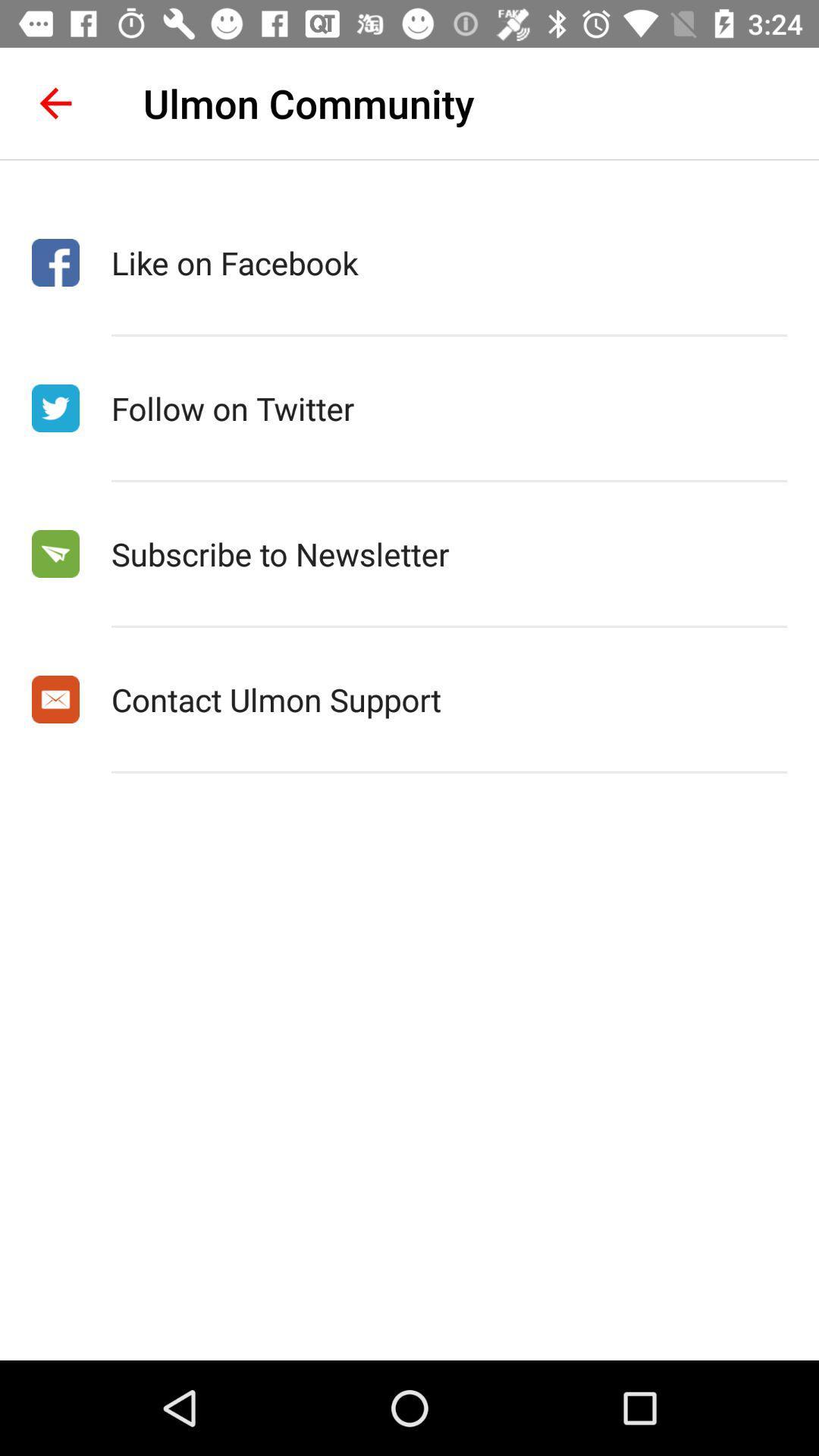  What do you see at coordinates (55, 102) in the screenshot?
I see `the icon to the left of ulmon community icon` at bounding box center [55, 102].